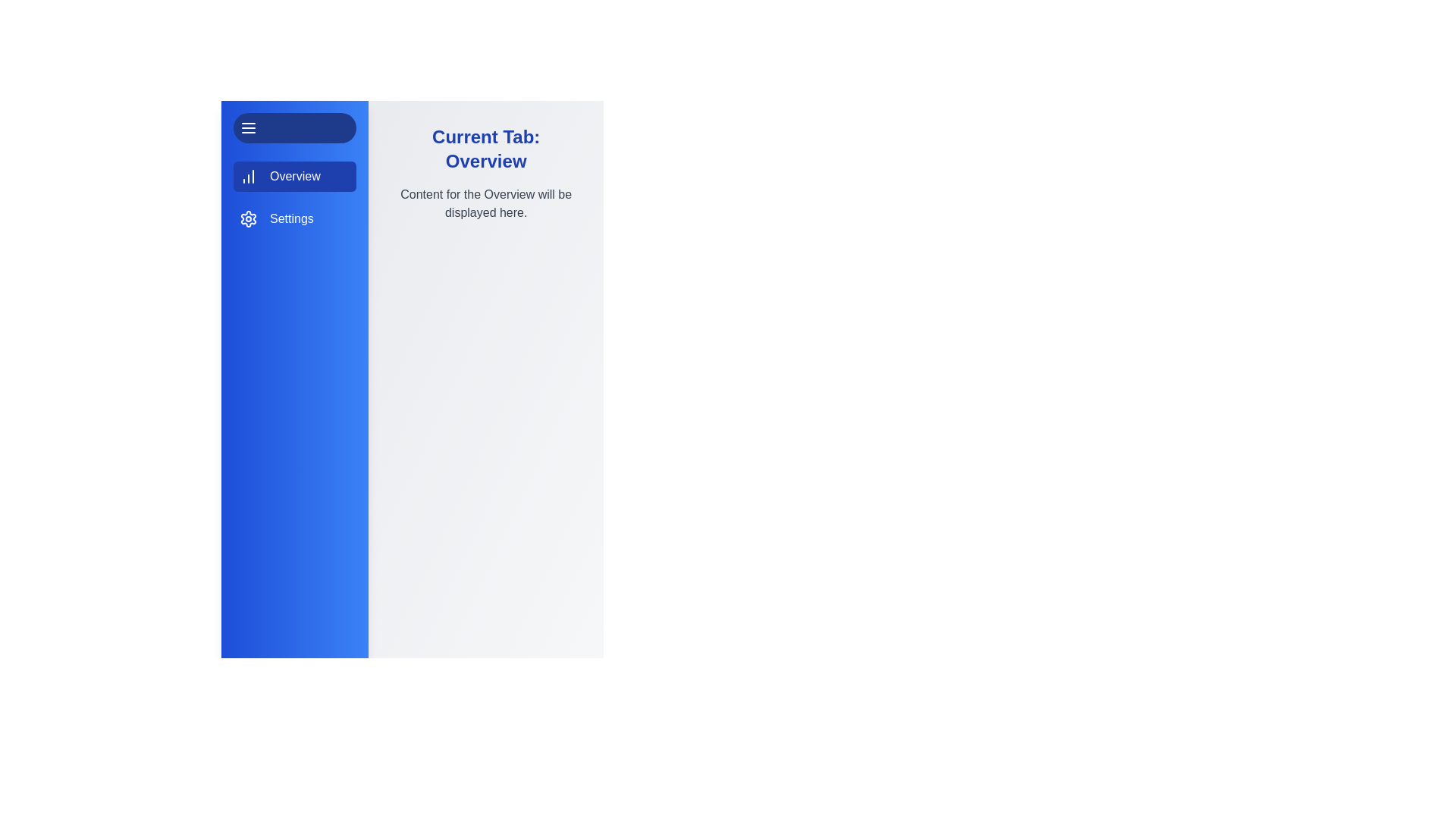 This screenshot has width=1456, height=819. I want to click on the settings tab element to explore its layout, so click(294, 219).